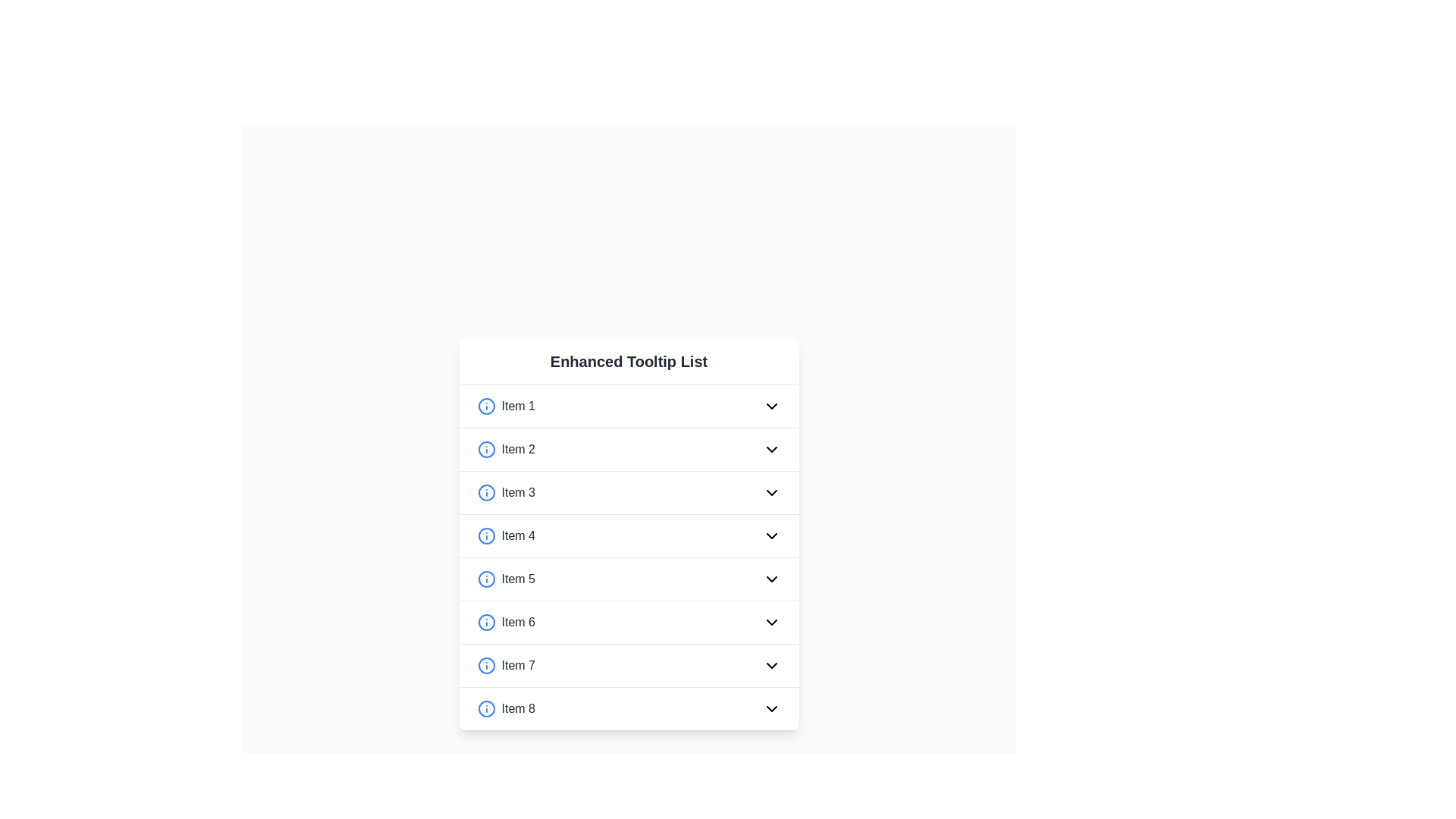 This screenshot has width=1456, height=819. What do you see at coordinates (486, 579) in the screenshot?
I see `the circular icon indicating 'Item 5' in the 'Enhanced Tooltip List', which serves as an information tooltip` at bounding box center [486, 579].